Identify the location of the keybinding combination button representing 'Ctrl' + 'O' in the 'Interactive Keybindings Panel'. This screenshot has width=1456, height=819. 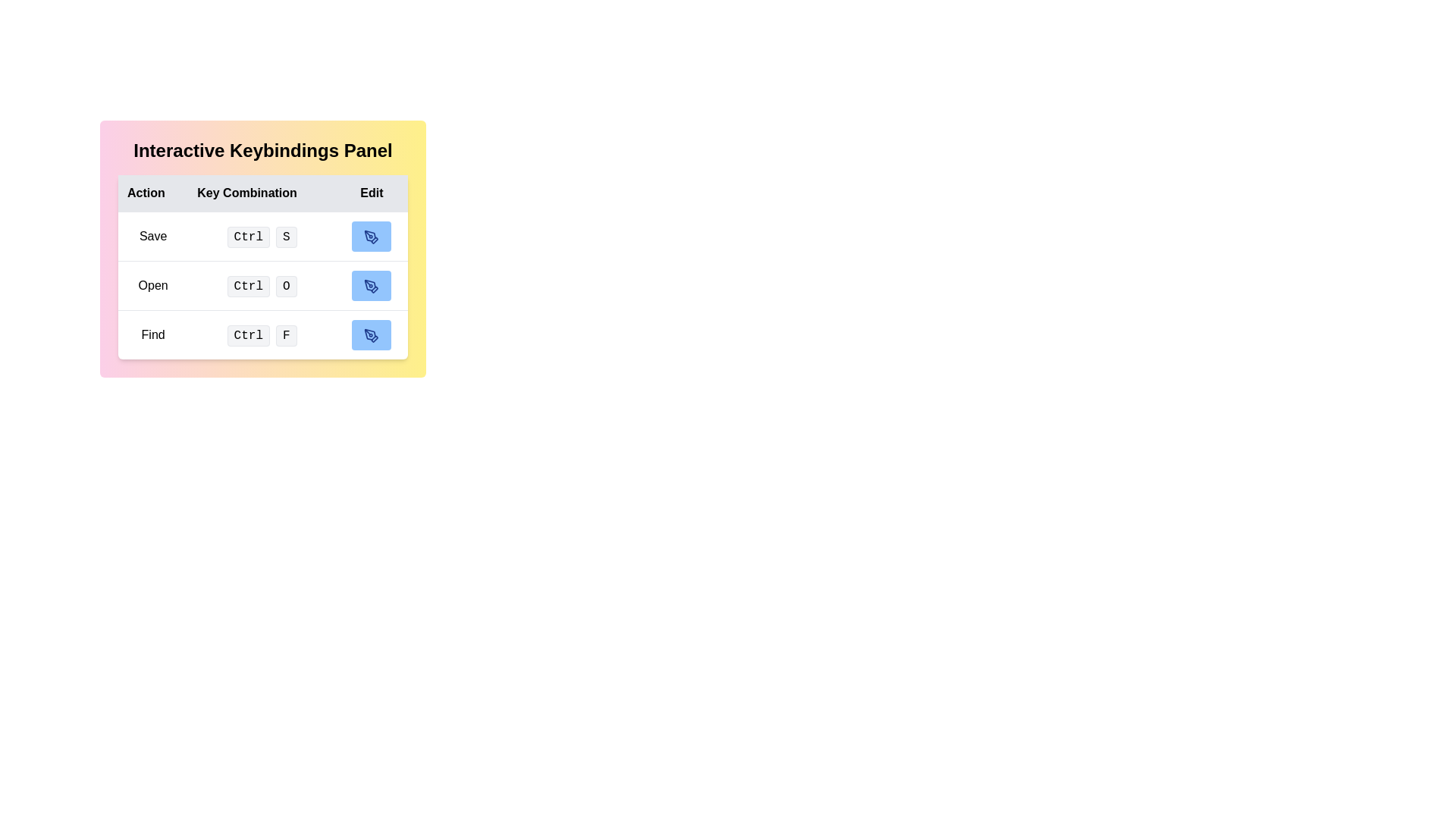
(262, 284).